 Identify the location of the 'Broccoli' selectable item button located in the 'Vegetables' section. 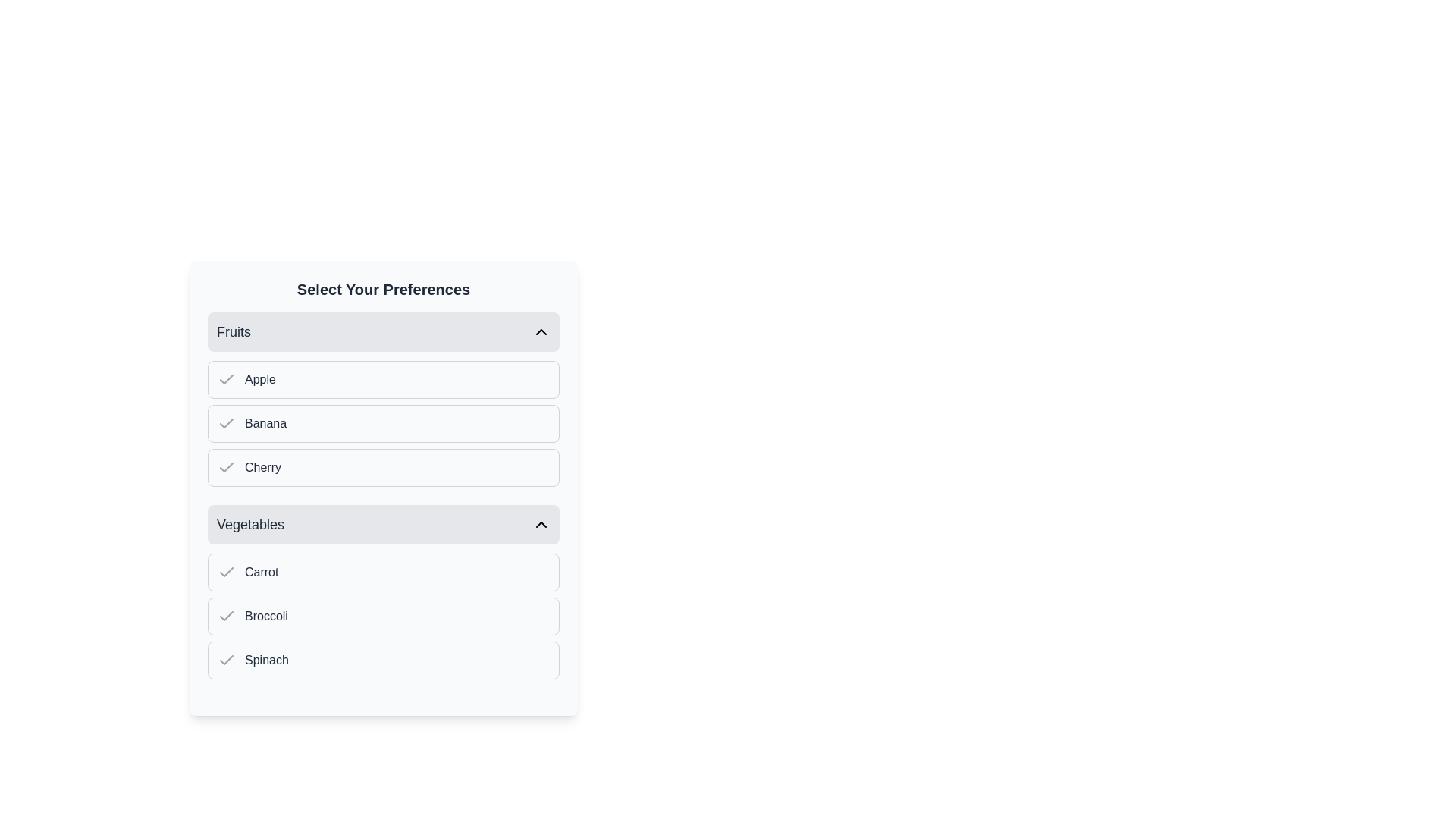
(383, 617).